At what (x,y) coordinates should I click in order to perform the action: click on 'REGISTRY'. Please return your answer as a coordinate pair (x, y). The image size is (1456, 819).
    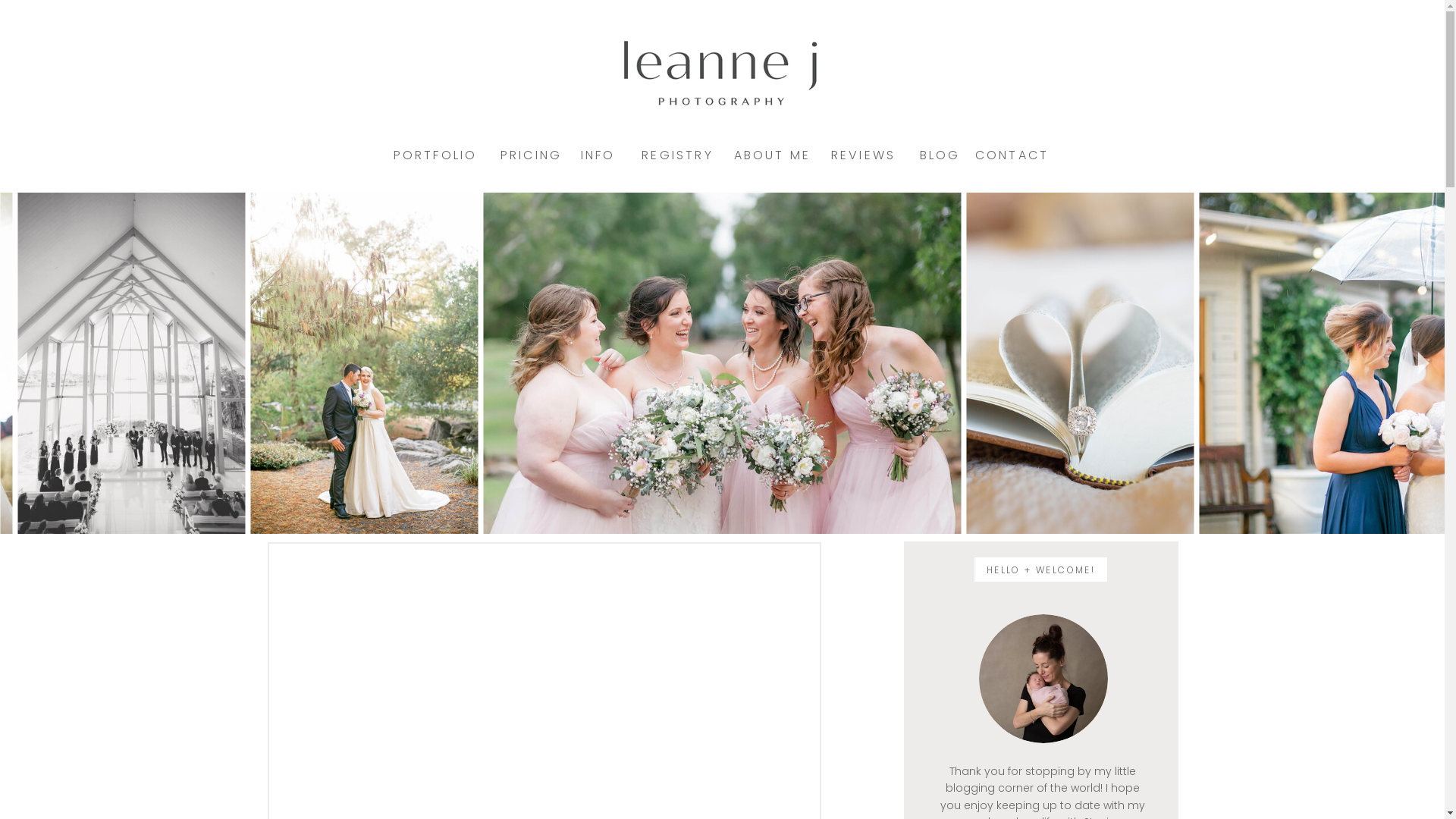
    Looking at the image, I should click on (638, 155).